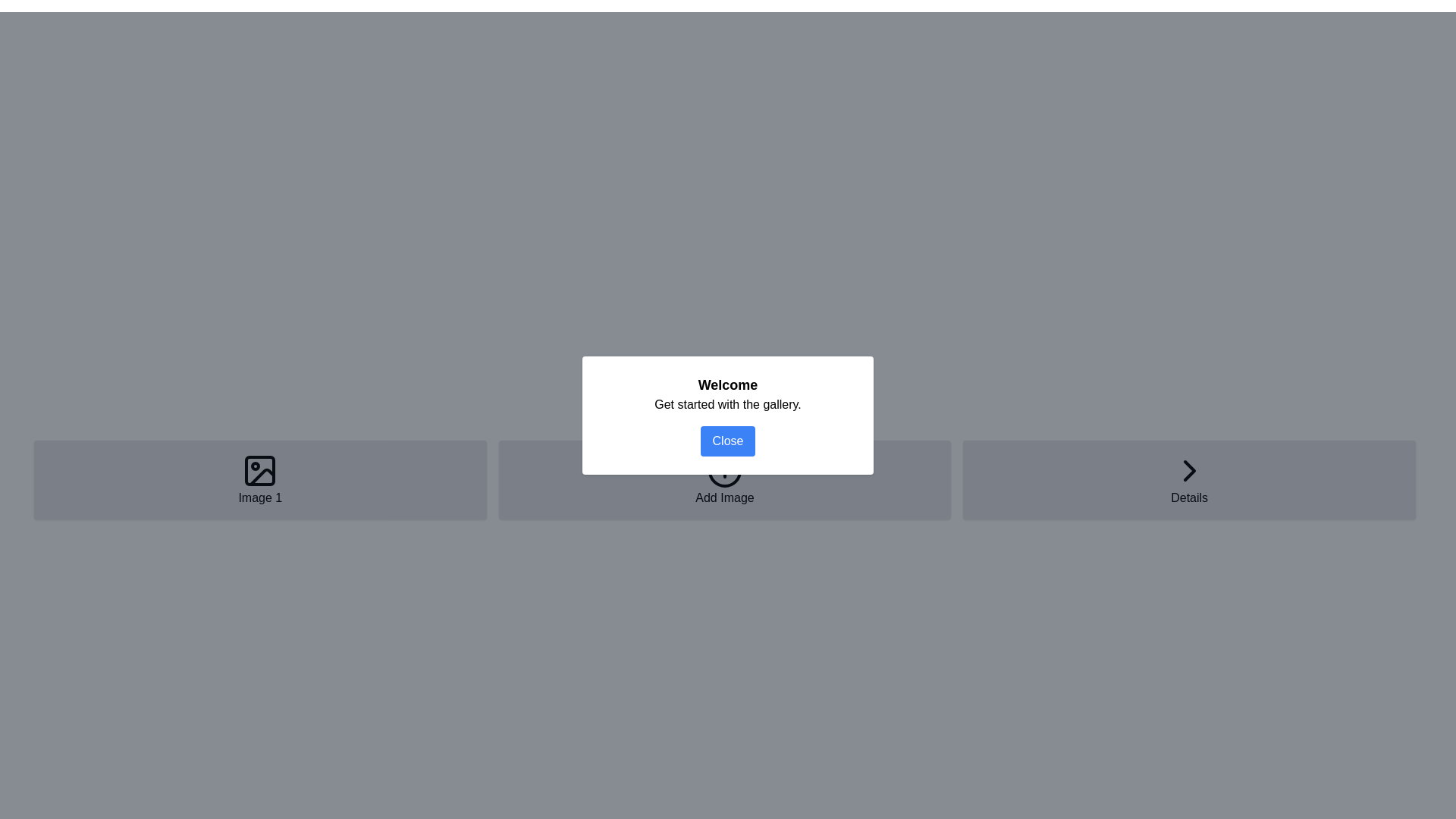 The image size is (1456, 819). Describe the element at coordinates (728, 403) in the screenshot. I see `the central static text within the modal popup, which is located below the heading 'Welcome' and above the 'Close' button` at that location.